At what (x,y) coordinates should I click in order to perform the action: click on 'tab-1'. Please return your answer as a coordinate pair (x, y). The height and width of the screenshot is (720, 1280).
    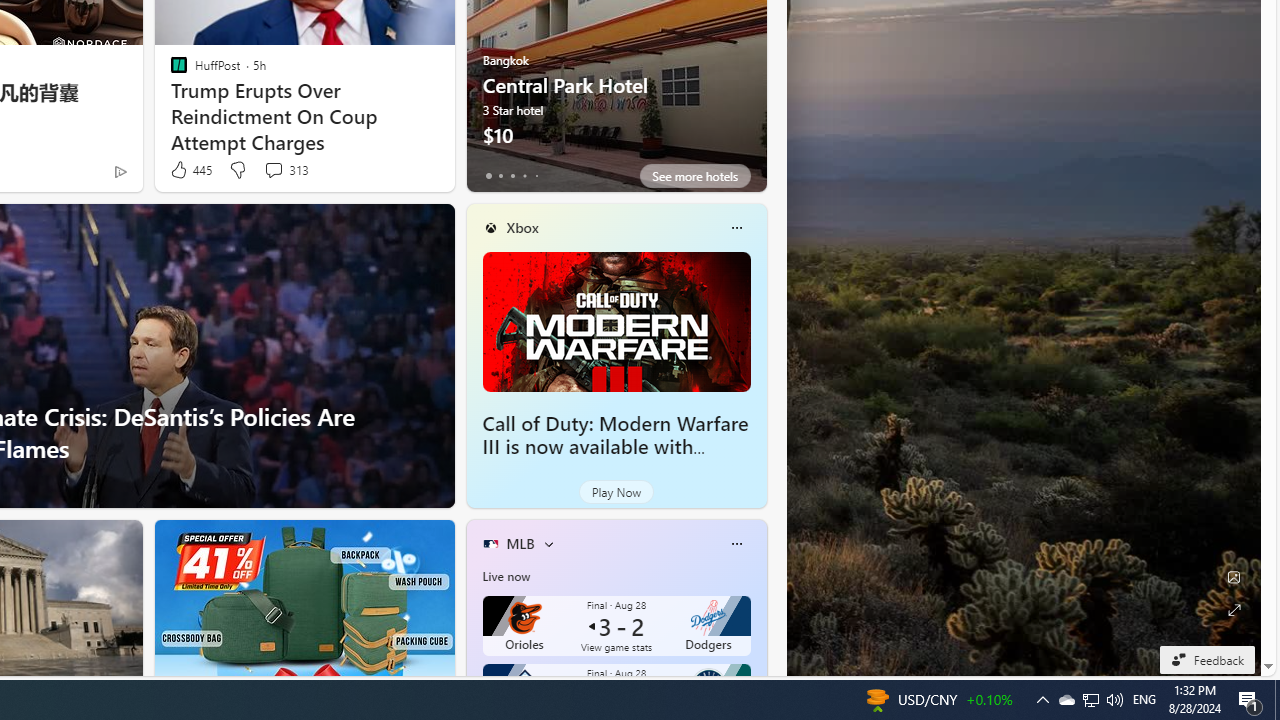
    Looking at the image, I should click on (500, 175).